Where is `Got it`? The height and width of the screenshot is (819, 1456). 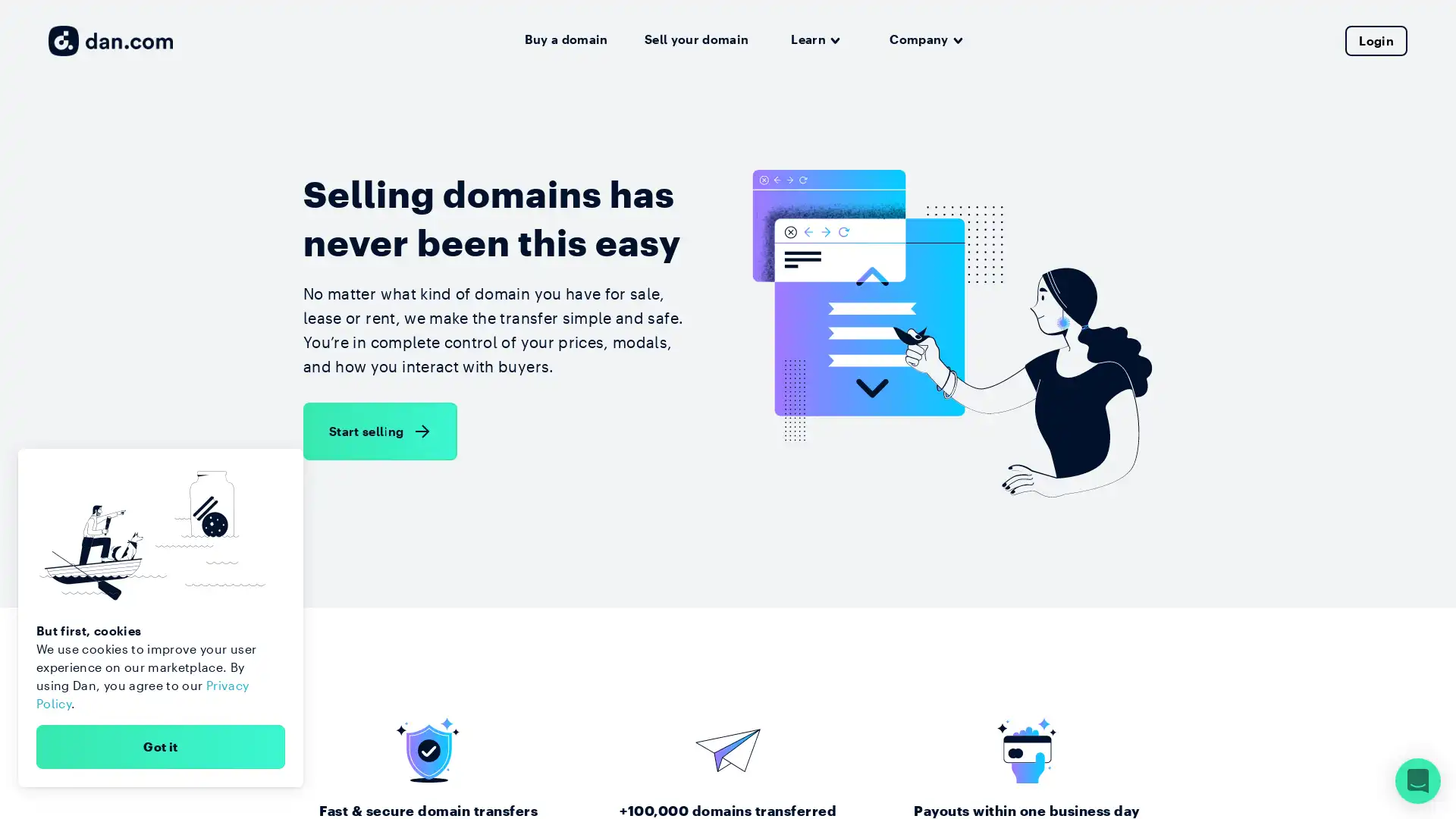
Got it is located at coordinates (160, 745).